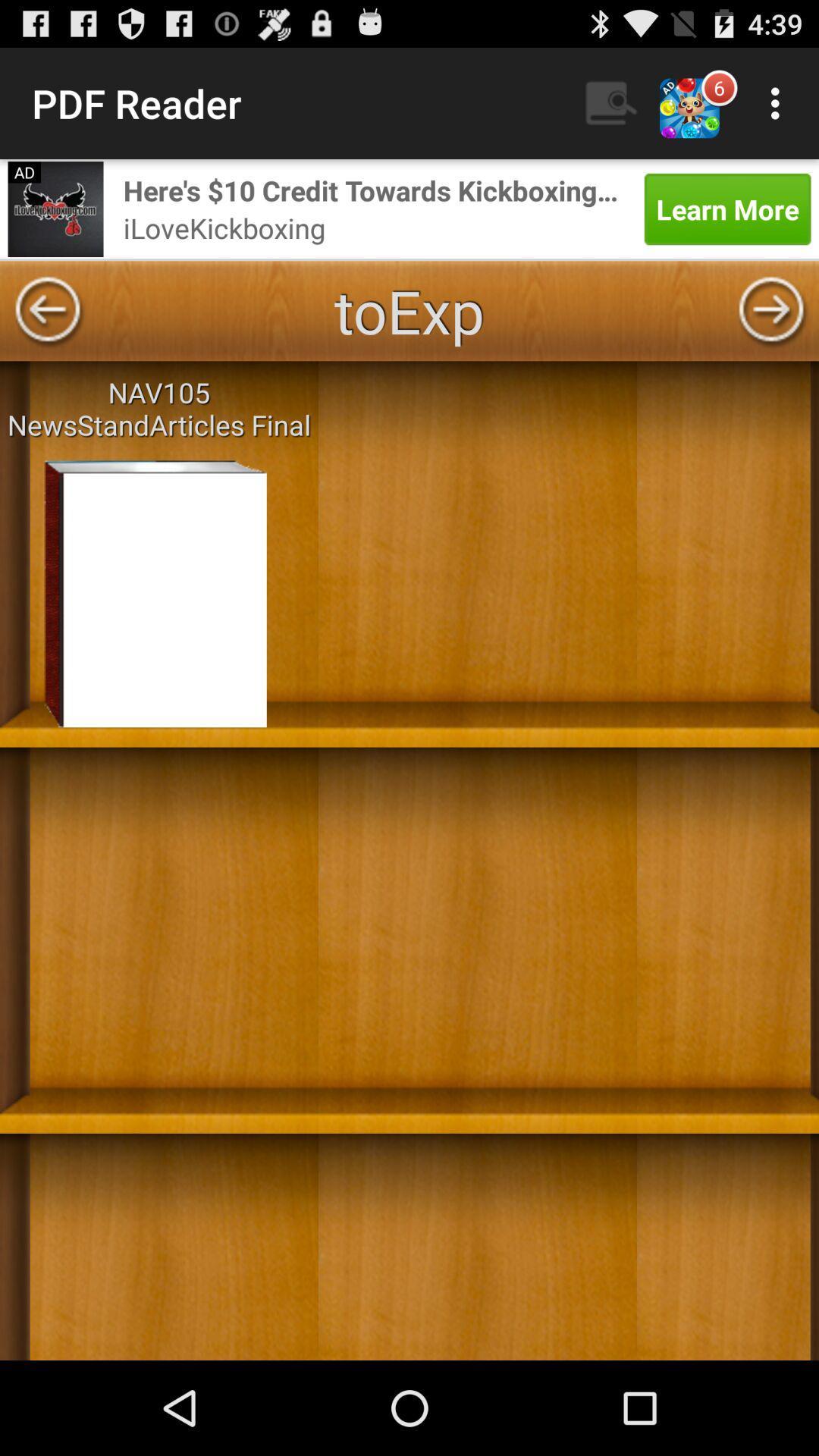  I want to click on sea booking, so click(55, 208).